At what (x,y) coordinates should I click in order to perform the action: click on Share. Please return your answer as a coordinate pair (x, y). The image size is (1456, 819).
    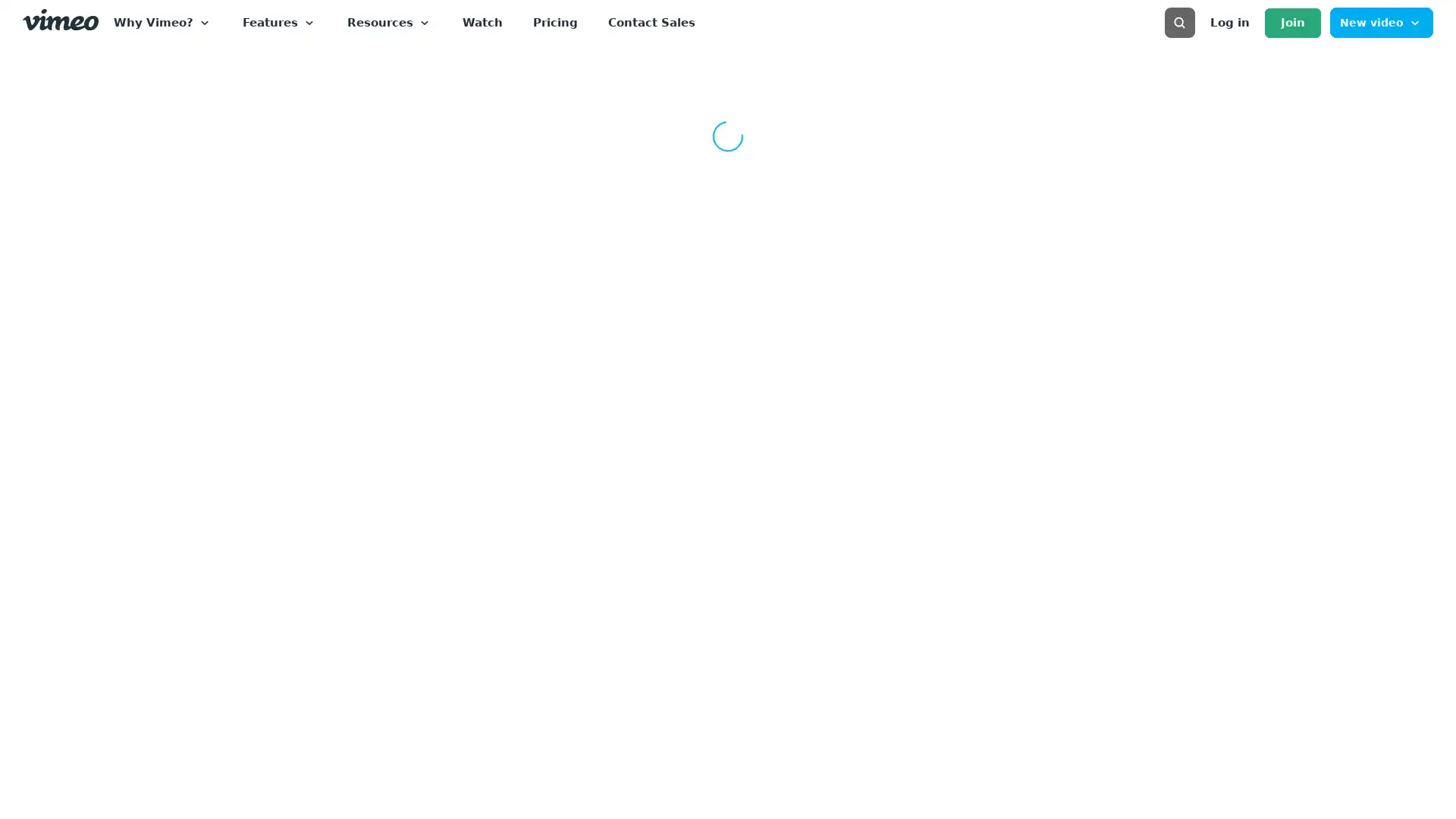
    Looking at the image, I should click on (1376, 304).